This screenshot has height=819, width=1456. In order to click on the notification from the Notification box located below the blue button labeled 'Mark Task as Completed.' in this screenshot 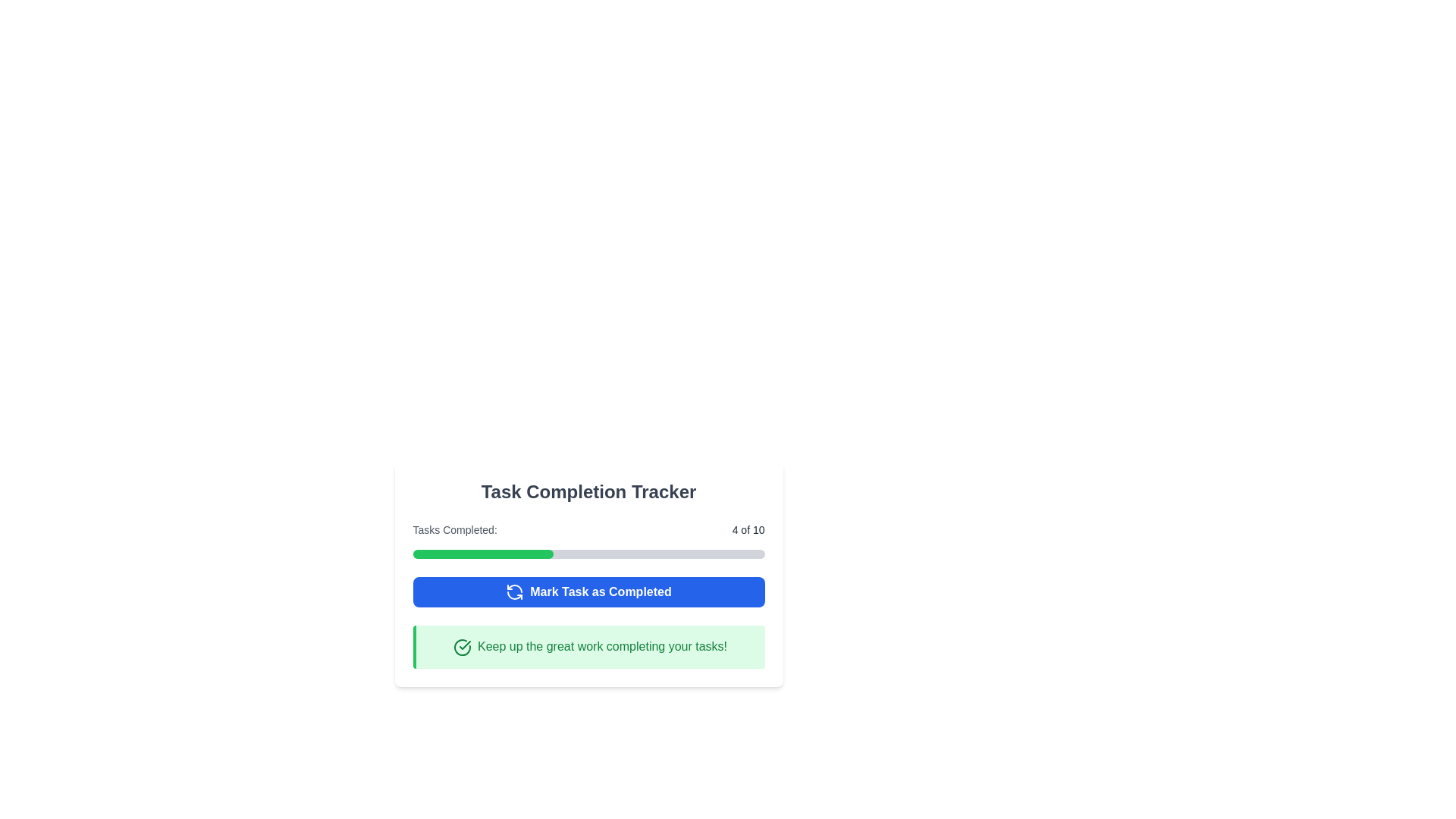, I will do `click(588, 647)`.